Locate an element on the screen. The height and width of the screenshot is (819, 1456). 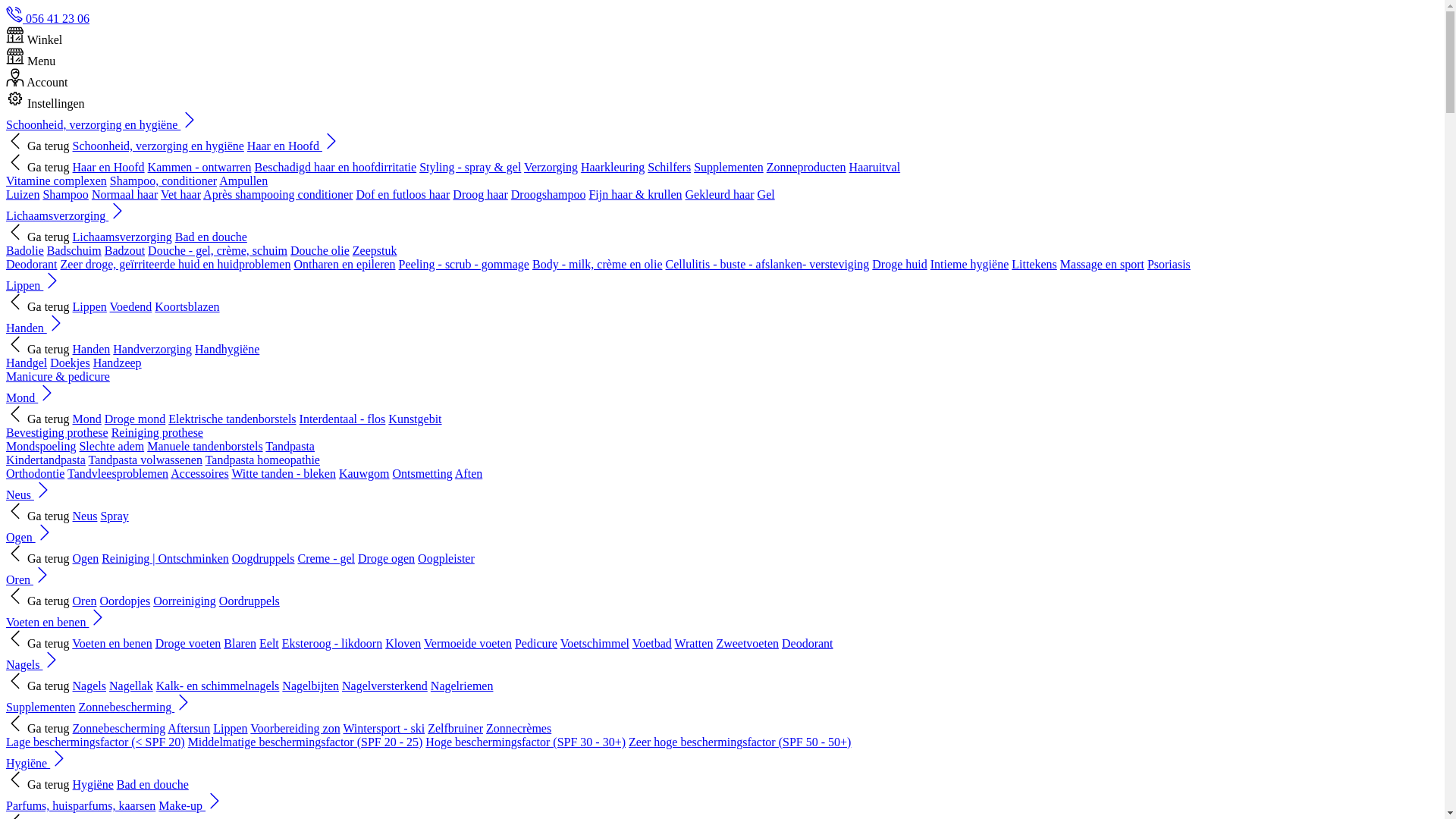
'Vet haar' is located at coordinates (180, 193).